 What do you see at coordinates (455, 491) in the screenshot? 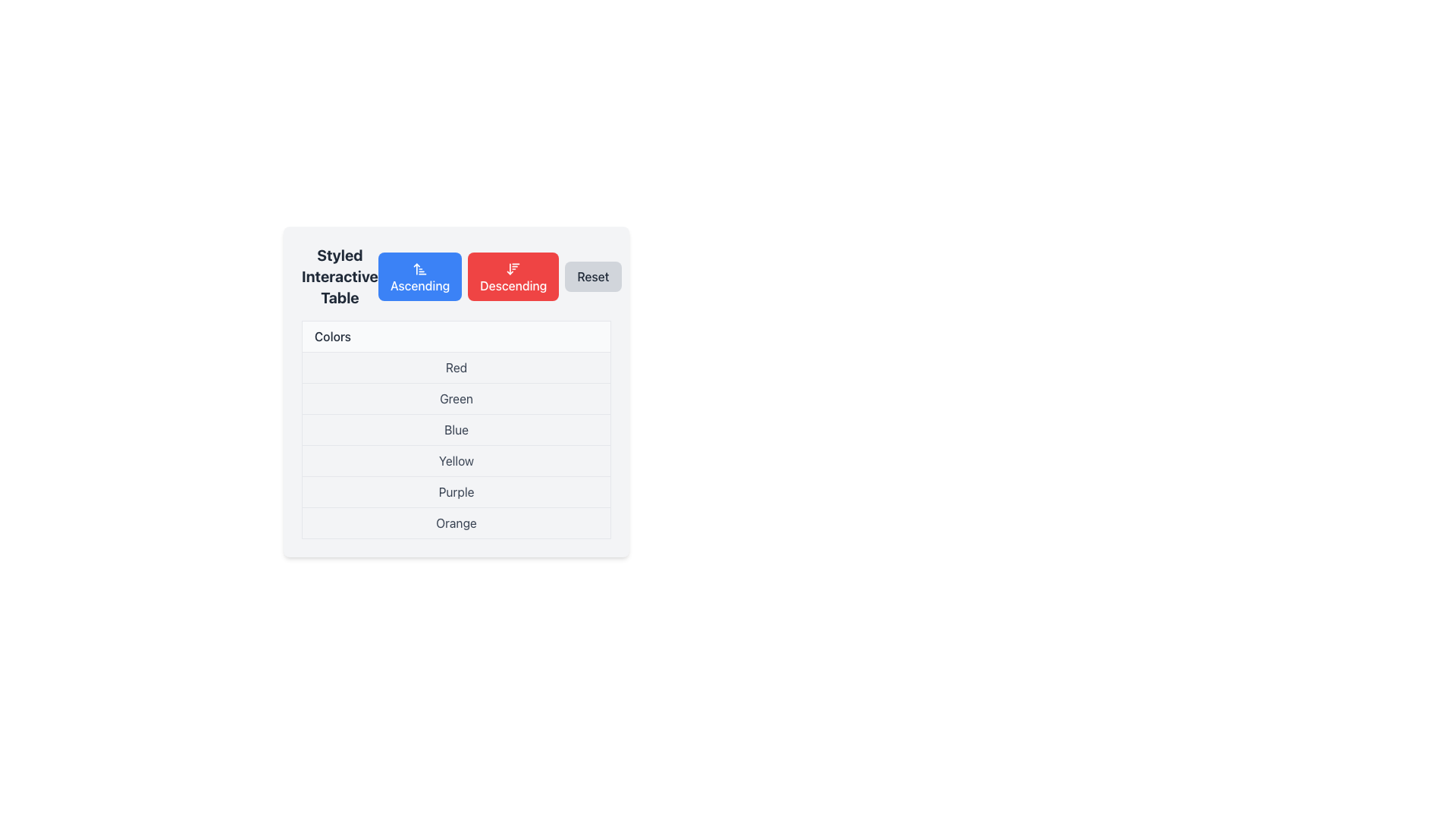
I see `the list item containing the text 'Purple', which is the fifth item in a list of color options, situated between 'Yellow' and 'Orange'` at bounding box center [455, 491].